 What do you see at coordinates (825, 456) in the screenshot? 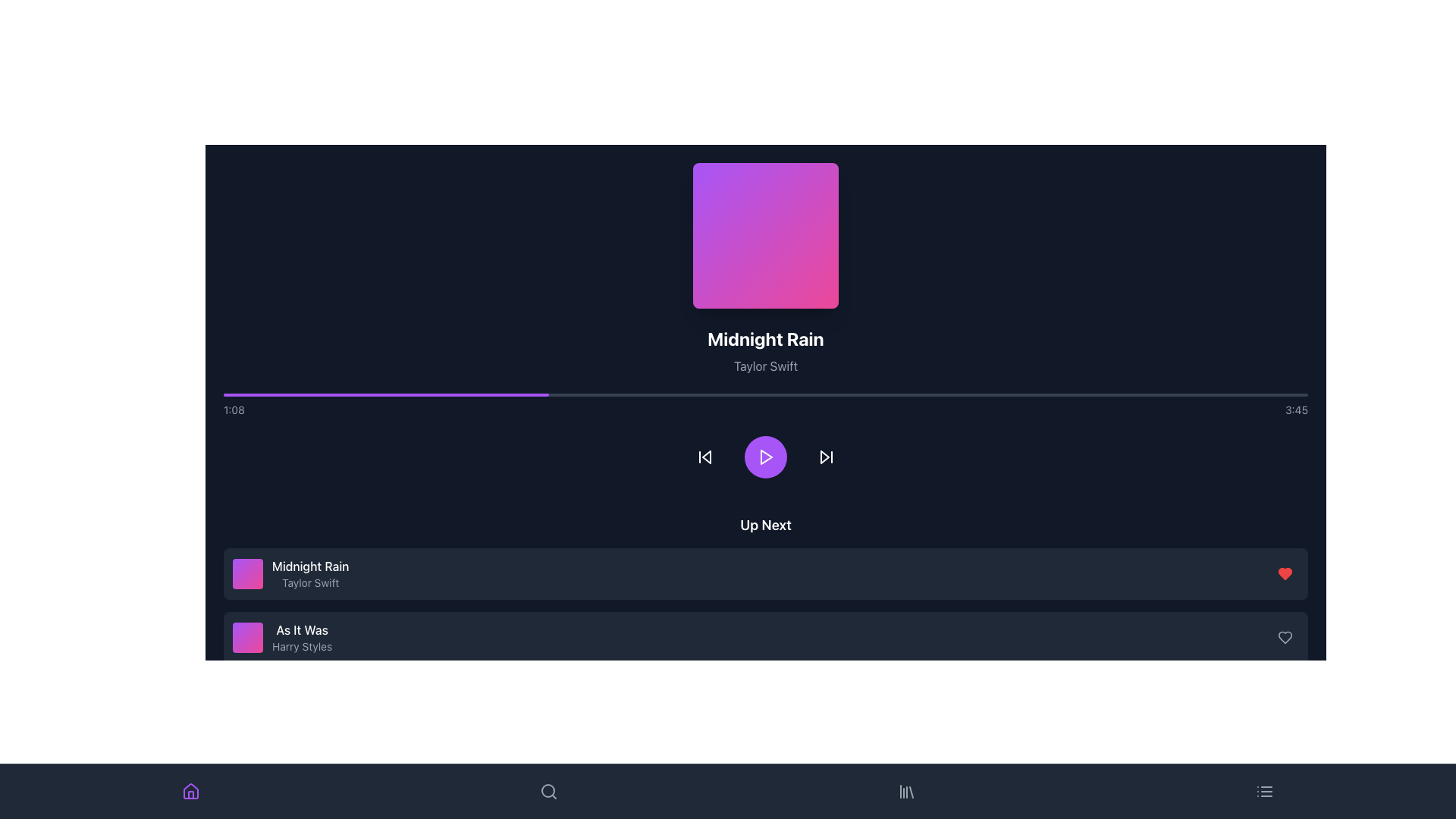
I see `the forward-skip icon, which is a white arrow pointing right within a dark circular background, located on the right side of the playback controls` at bounding box center [825, 456].